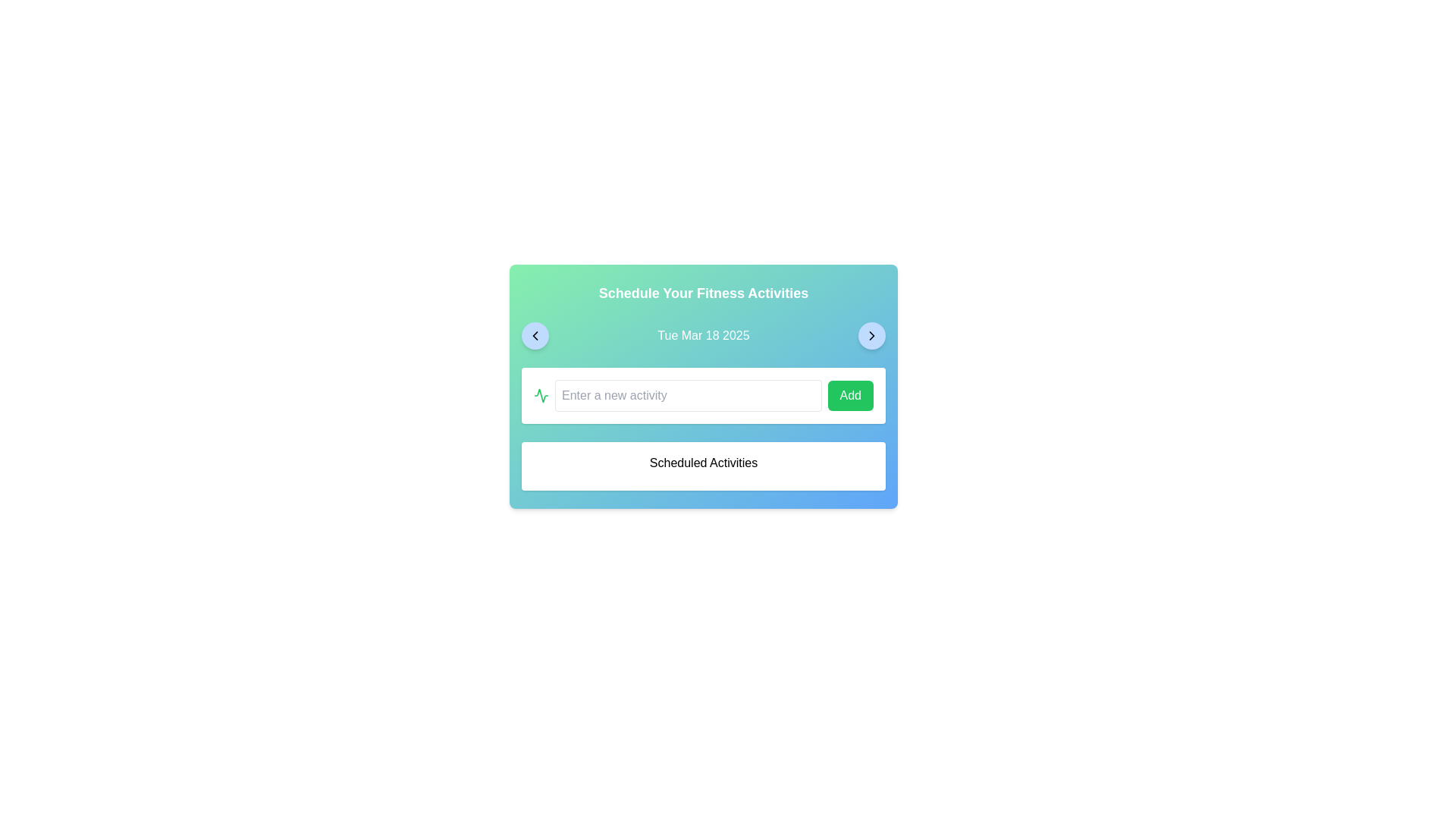 This screenshot has width=1456, height=819. Describe the element at coordinates (872, 335) in the screenshot. I see `the right-facing chevron icon, which is part of a circular button on the right side of the interface` at that location.